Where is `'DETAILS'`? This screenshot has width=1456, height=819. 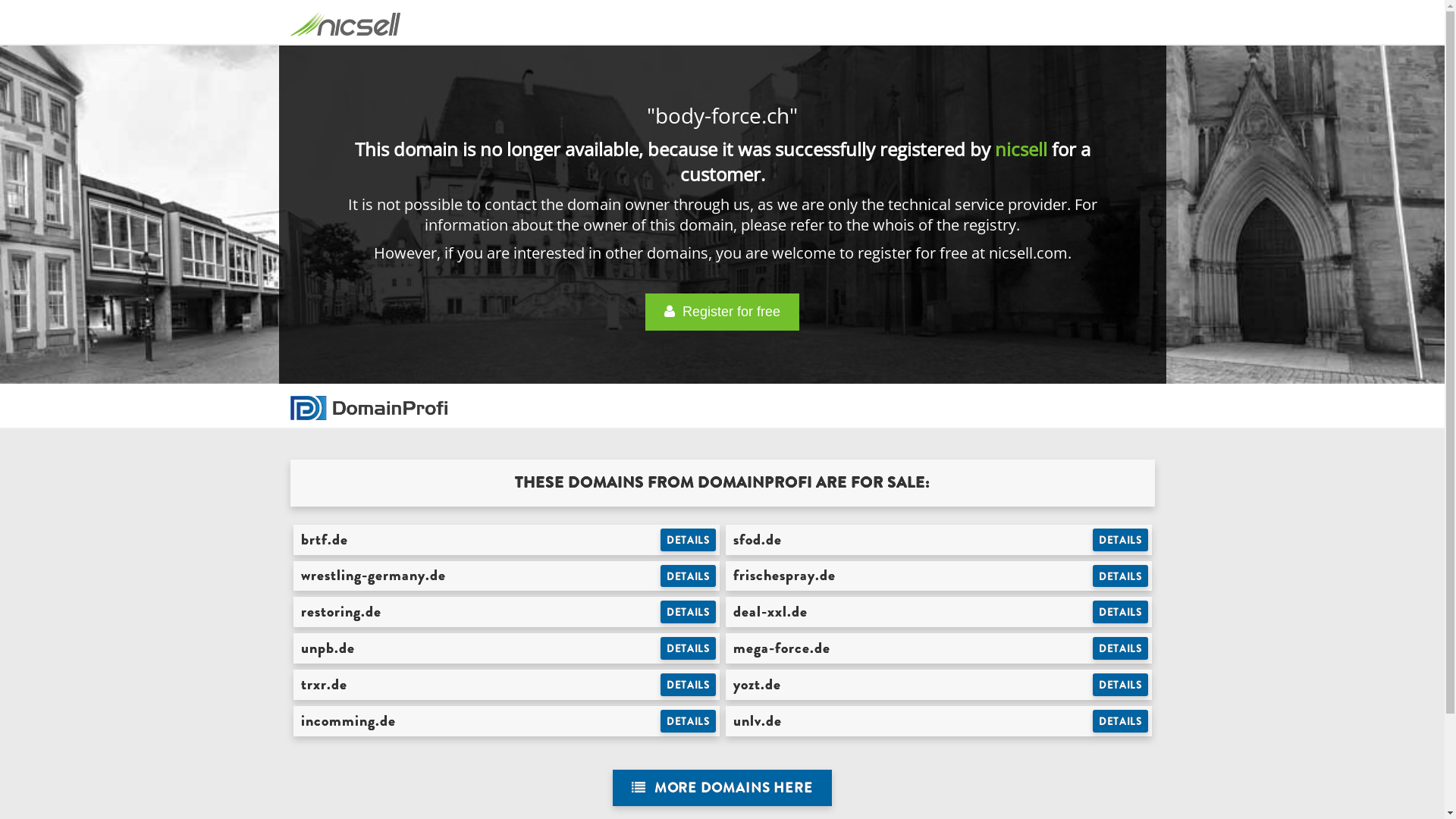 'DETAILS' is located at coordinates (660, 539).